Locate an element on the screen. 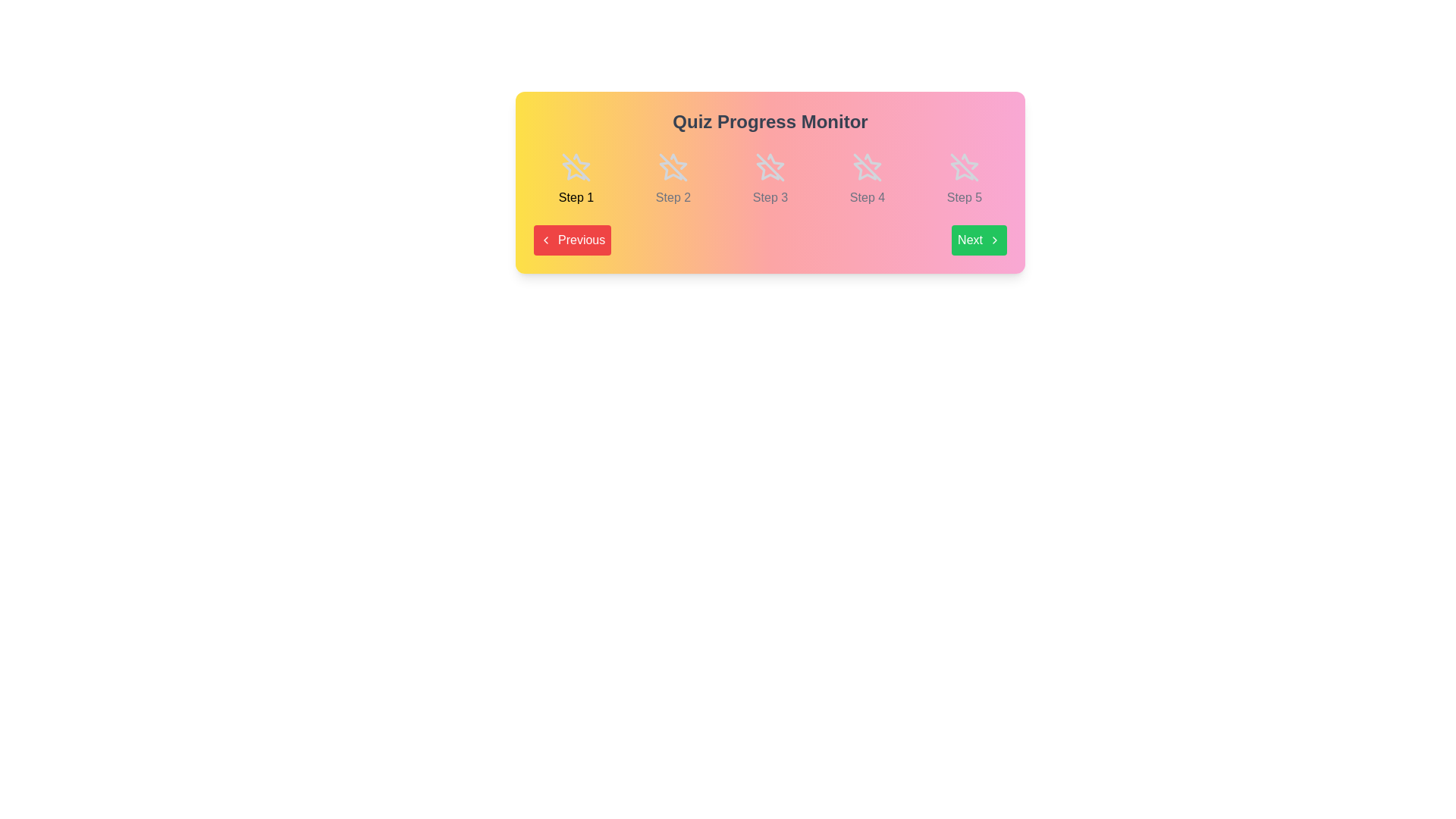 The image size is (1456, 819). the third star icon in the progress tracking interface, which visually represents 'Step 3' is located at coordinates (767, 171).